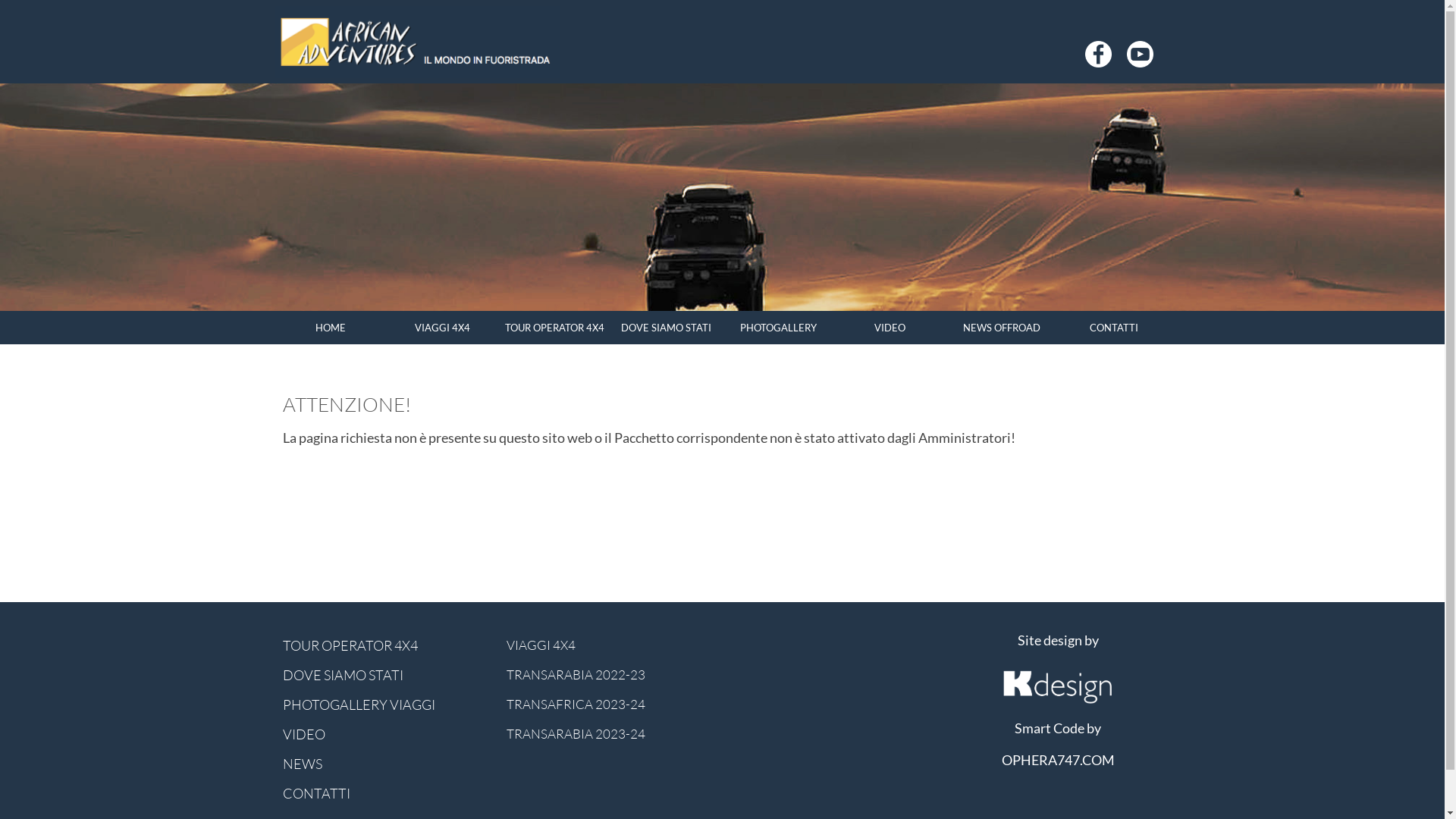 This screenshot has width=1456, height=819. I want to click on 'HOME', so click(330, 327).